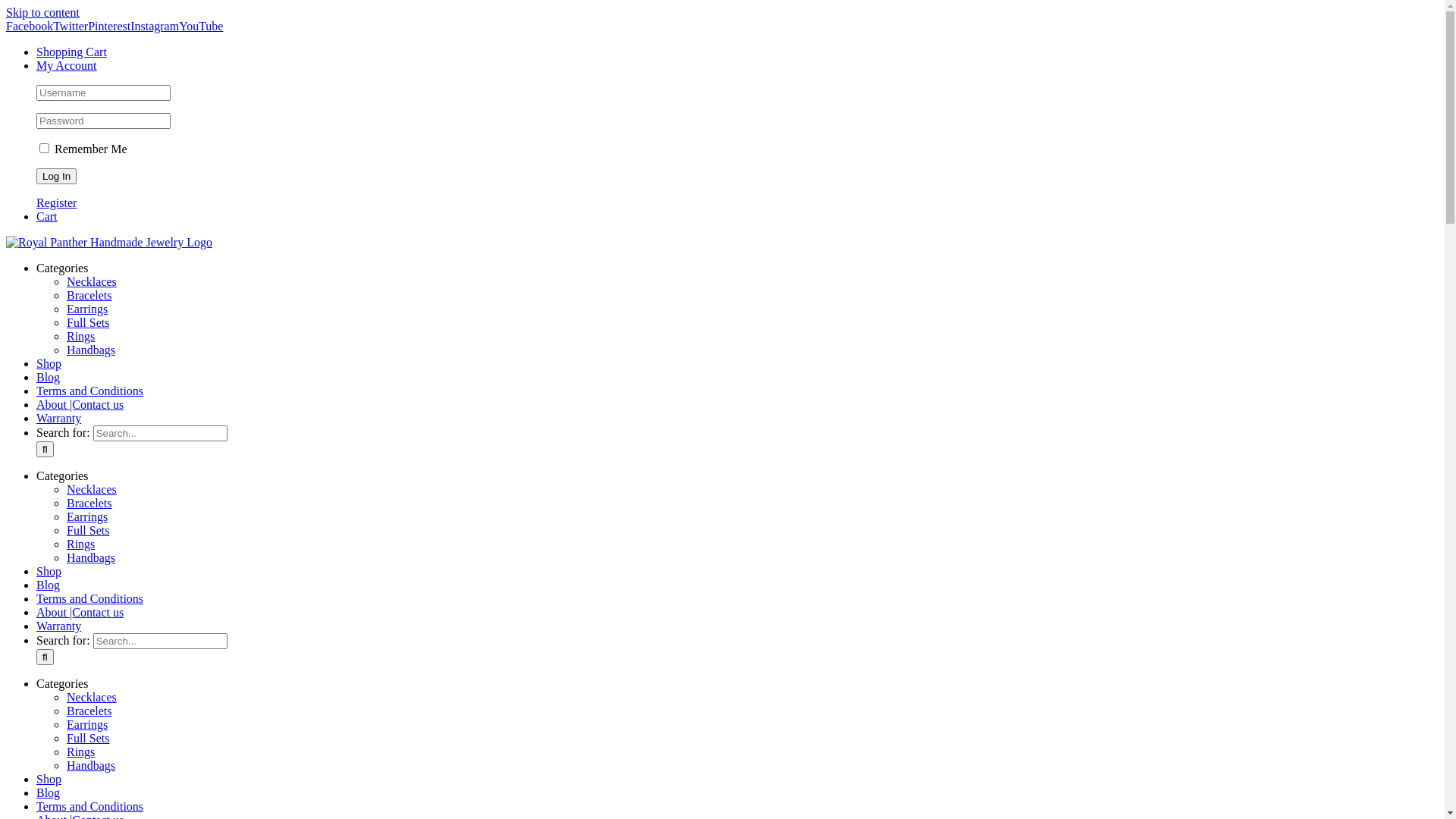 The image size is (1456, 819). What do you see at coordinates (71, 51) in the screenshot?
I see `'Shopping Cart'` at bounding box center [71, 51].